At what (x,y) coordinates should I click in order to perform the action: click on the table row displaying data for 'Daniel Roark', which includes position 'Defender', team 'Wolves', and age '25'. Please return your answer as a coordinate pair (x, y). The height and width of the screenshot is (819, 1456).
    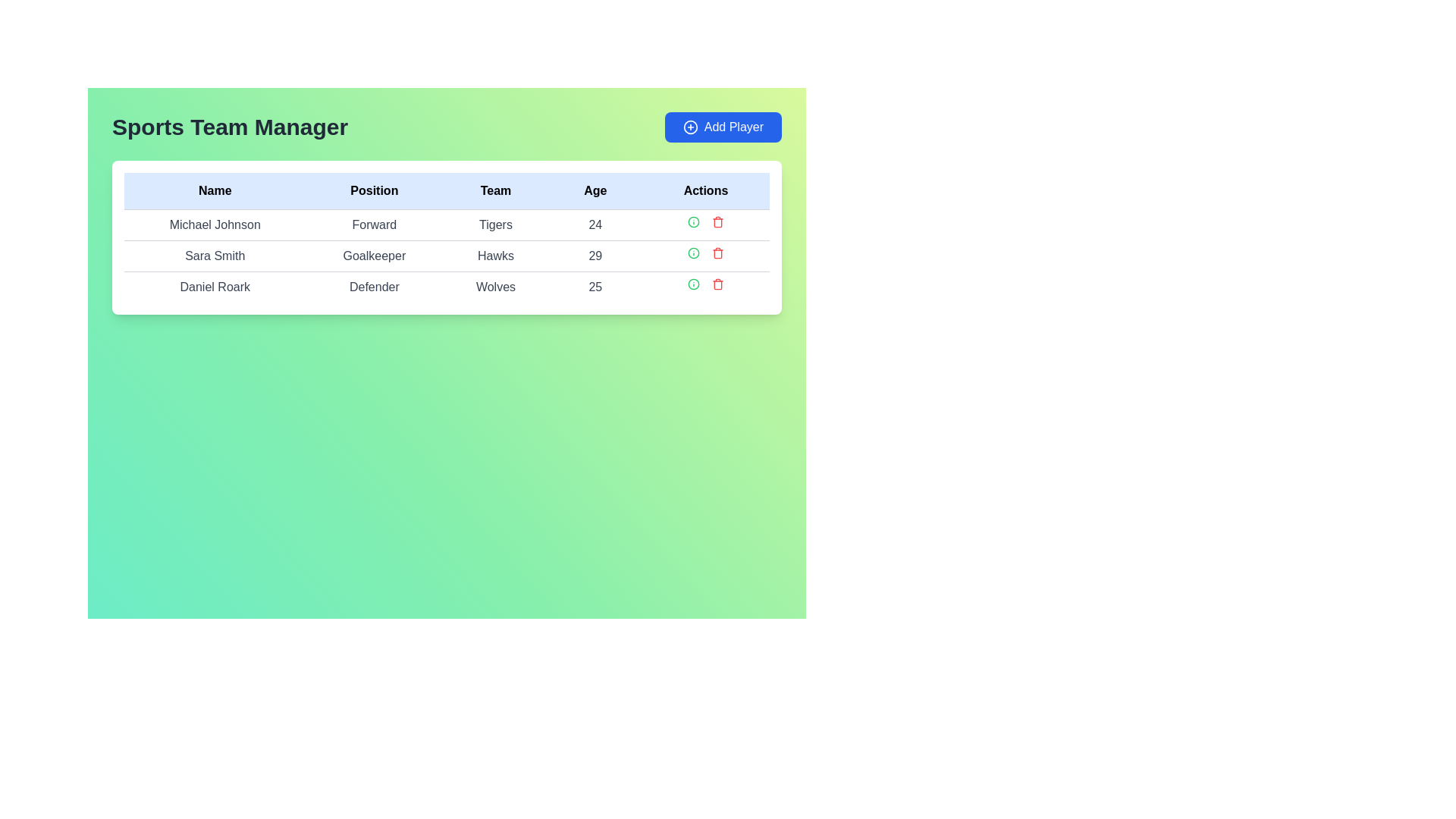
    Looking at the image, I should click on (446, 287).